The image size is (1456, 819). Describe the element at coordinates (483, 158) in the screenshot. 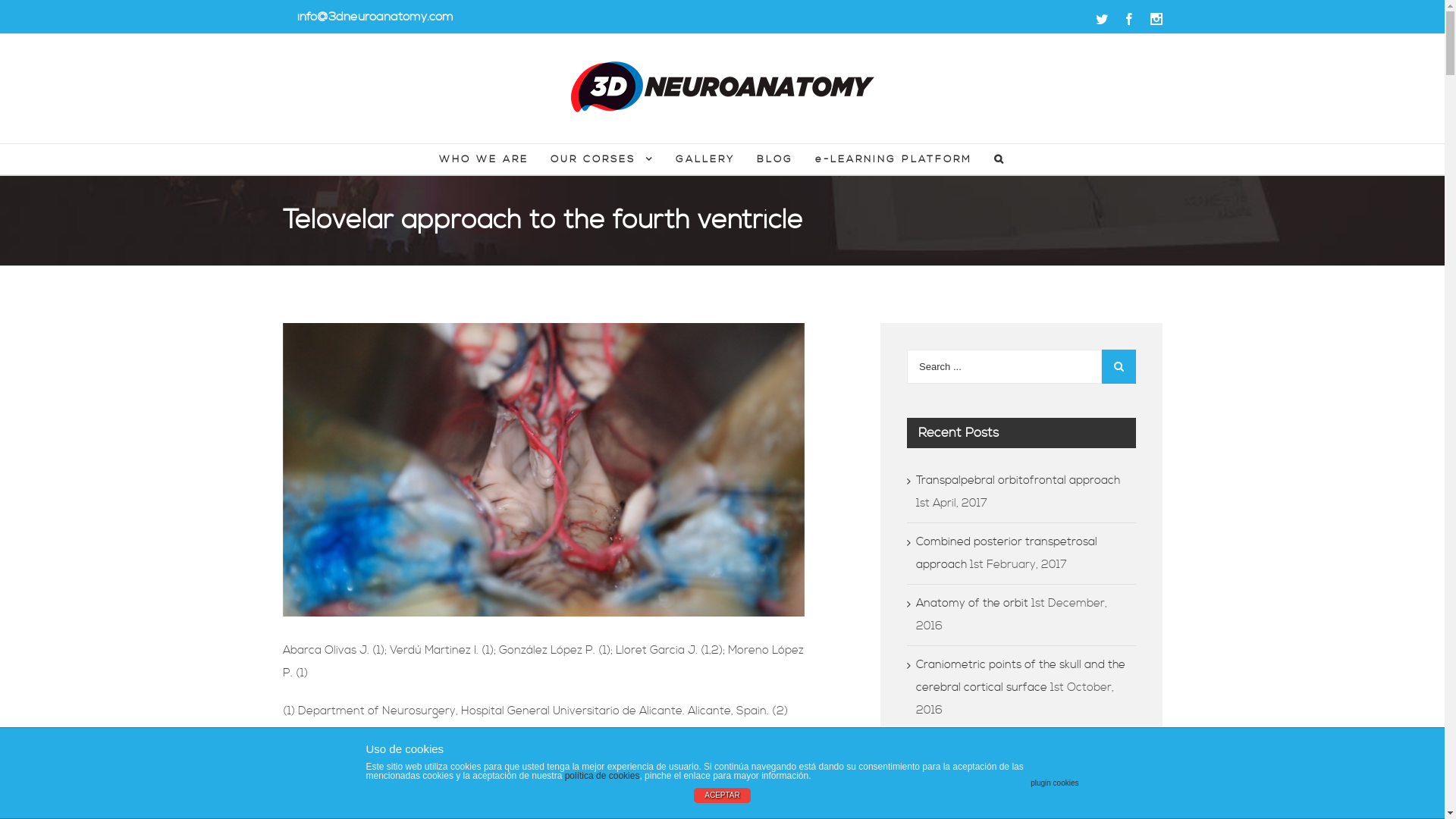

I see `'WHO WE ARE'` at that location.